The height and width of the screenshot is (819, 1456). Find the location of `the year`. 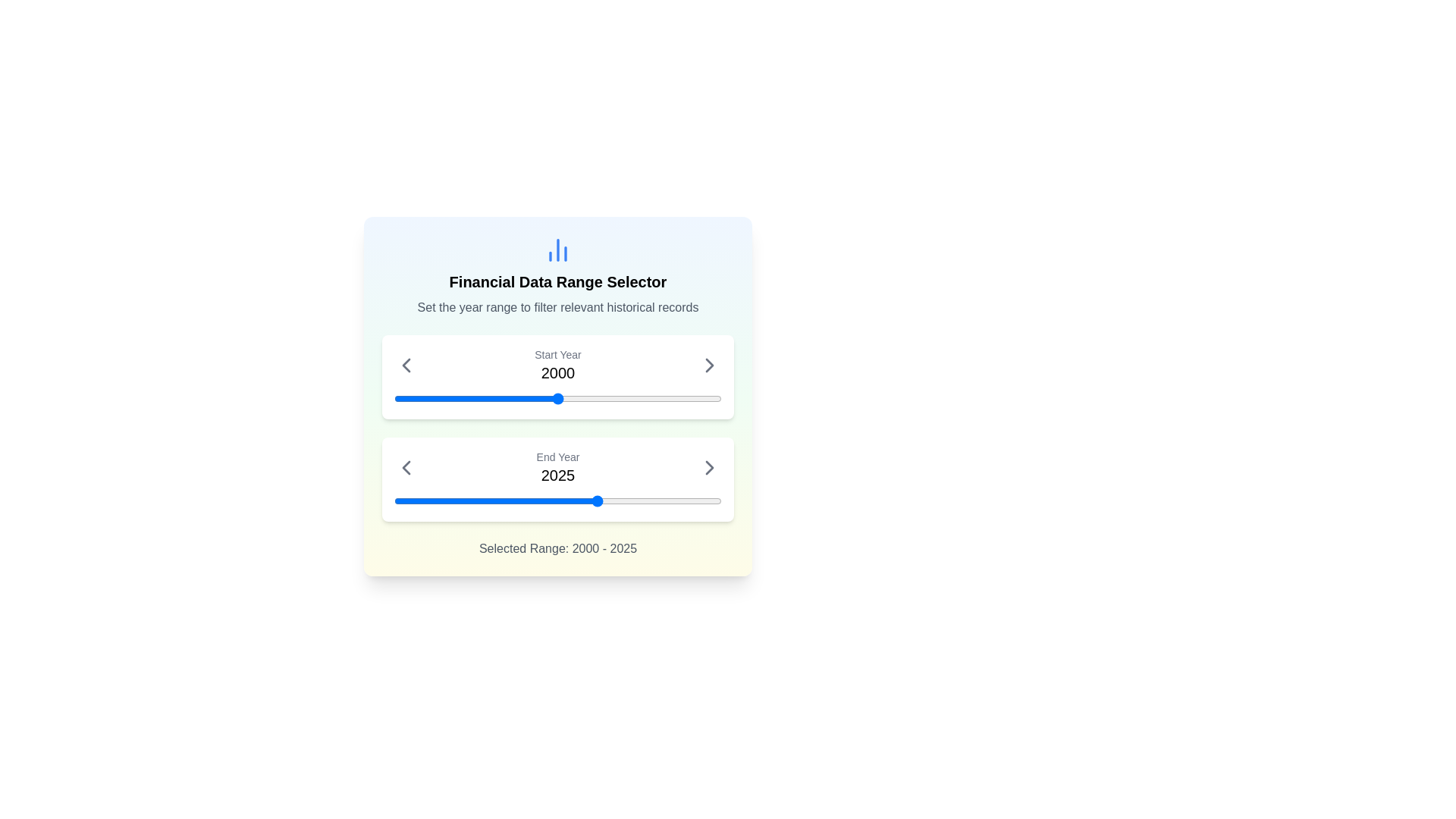

the year is located at coordinates (400, 500).